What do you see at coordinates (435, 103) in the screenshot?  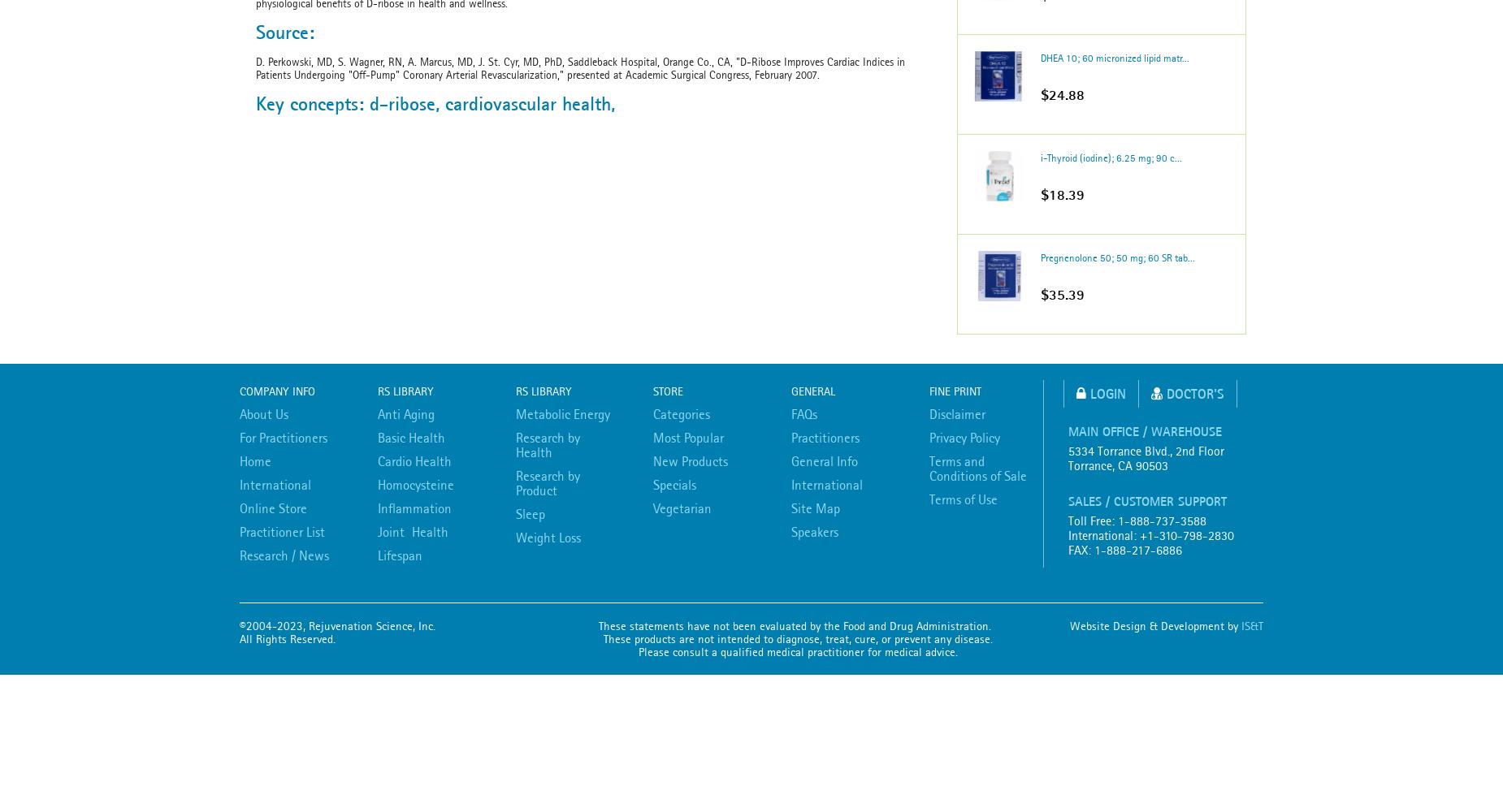 I see `'Key concepts: d-ribose, cardiovascular health,'` at bounding box center [435, 103].